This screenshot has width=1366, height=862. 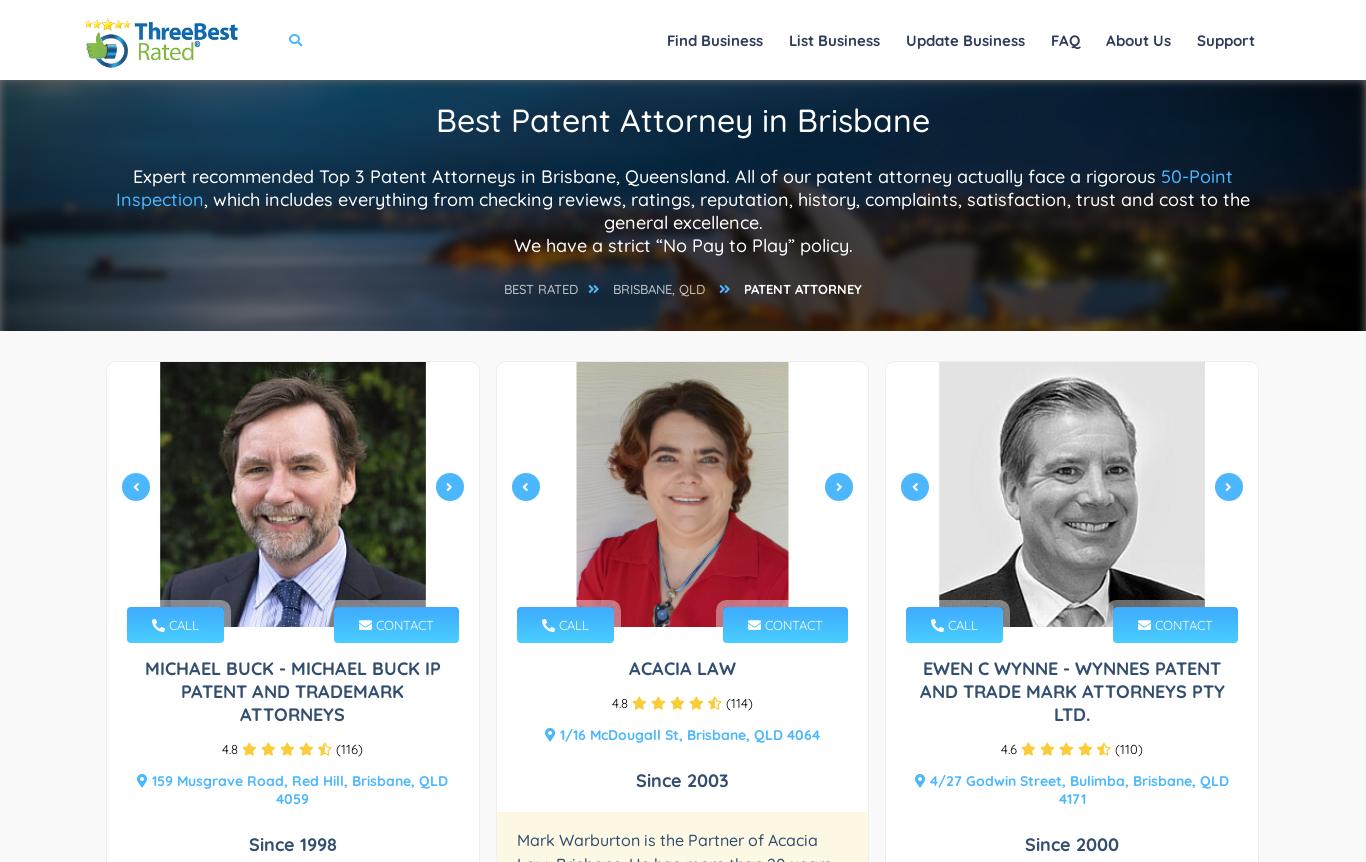 I want to click on 'We have a strict “No Pay to Play” policy.', so click(x=512, y=244).